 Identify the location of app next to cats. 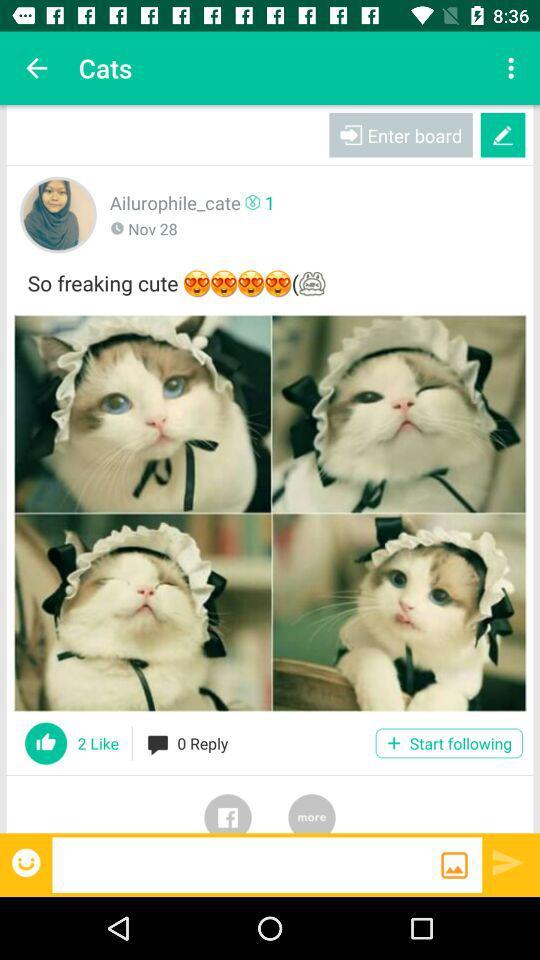
(513, 68).